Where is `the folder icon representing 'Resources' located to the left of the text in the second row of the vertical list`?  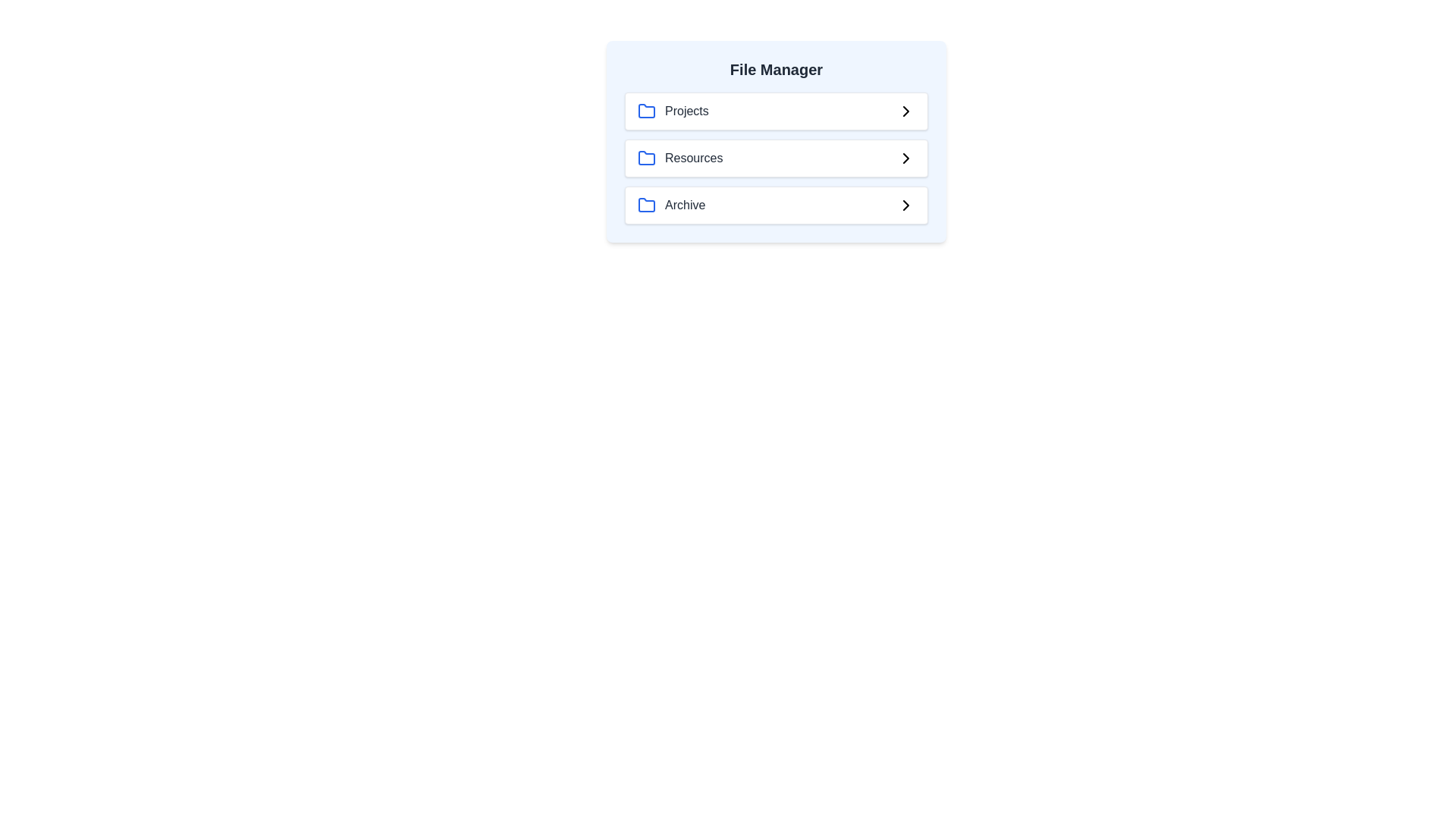 the folder icon representing 'Resources' located to the left of the text in the second row of the vertical list is located at coordinates (647, 158).